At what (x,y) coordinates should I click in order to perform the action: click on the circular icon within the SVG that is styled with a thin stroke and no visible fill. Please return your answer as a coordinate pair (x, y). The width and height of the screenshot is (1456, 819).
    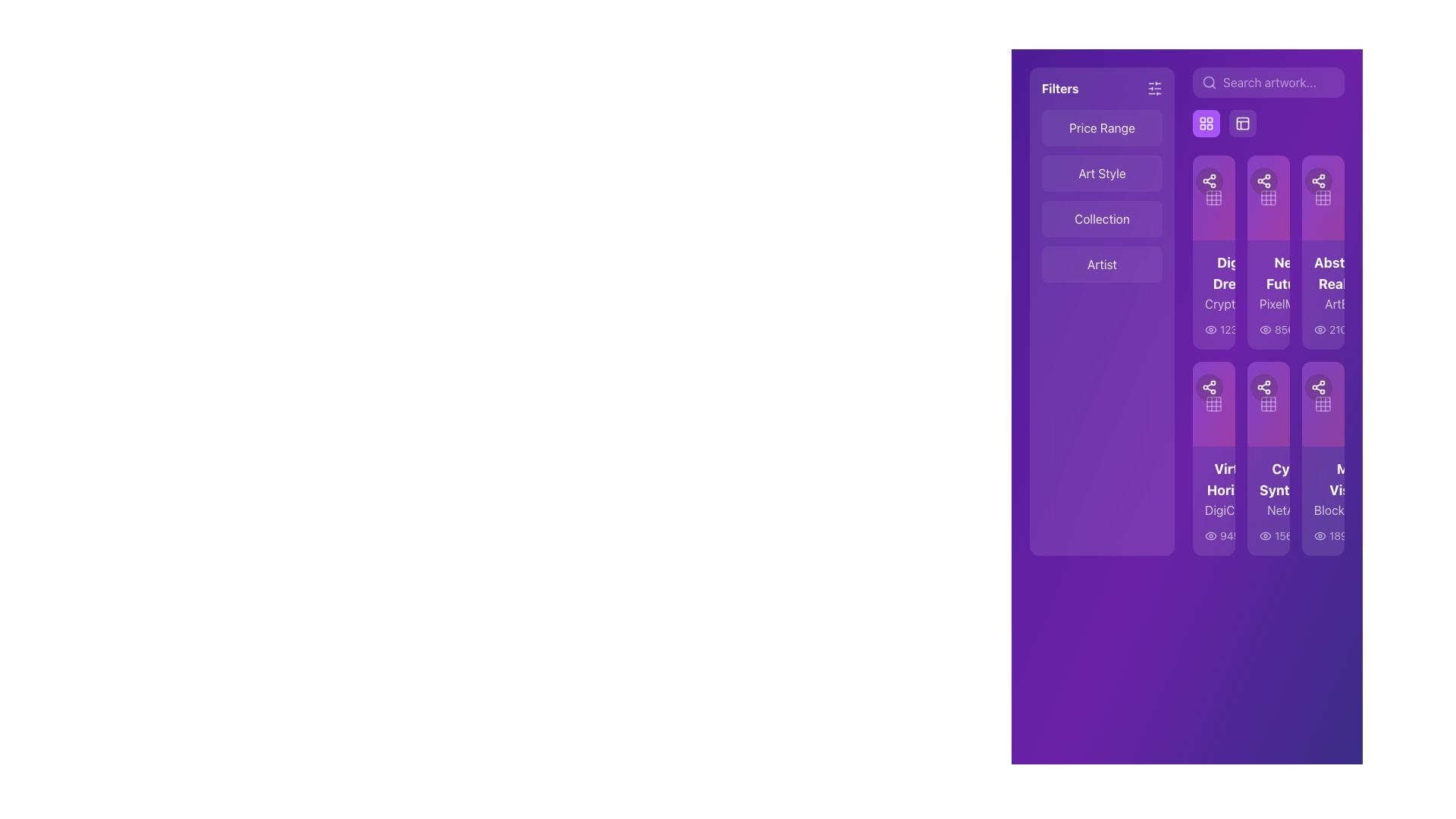
    Looking at the image, I should click on (1273, 535).